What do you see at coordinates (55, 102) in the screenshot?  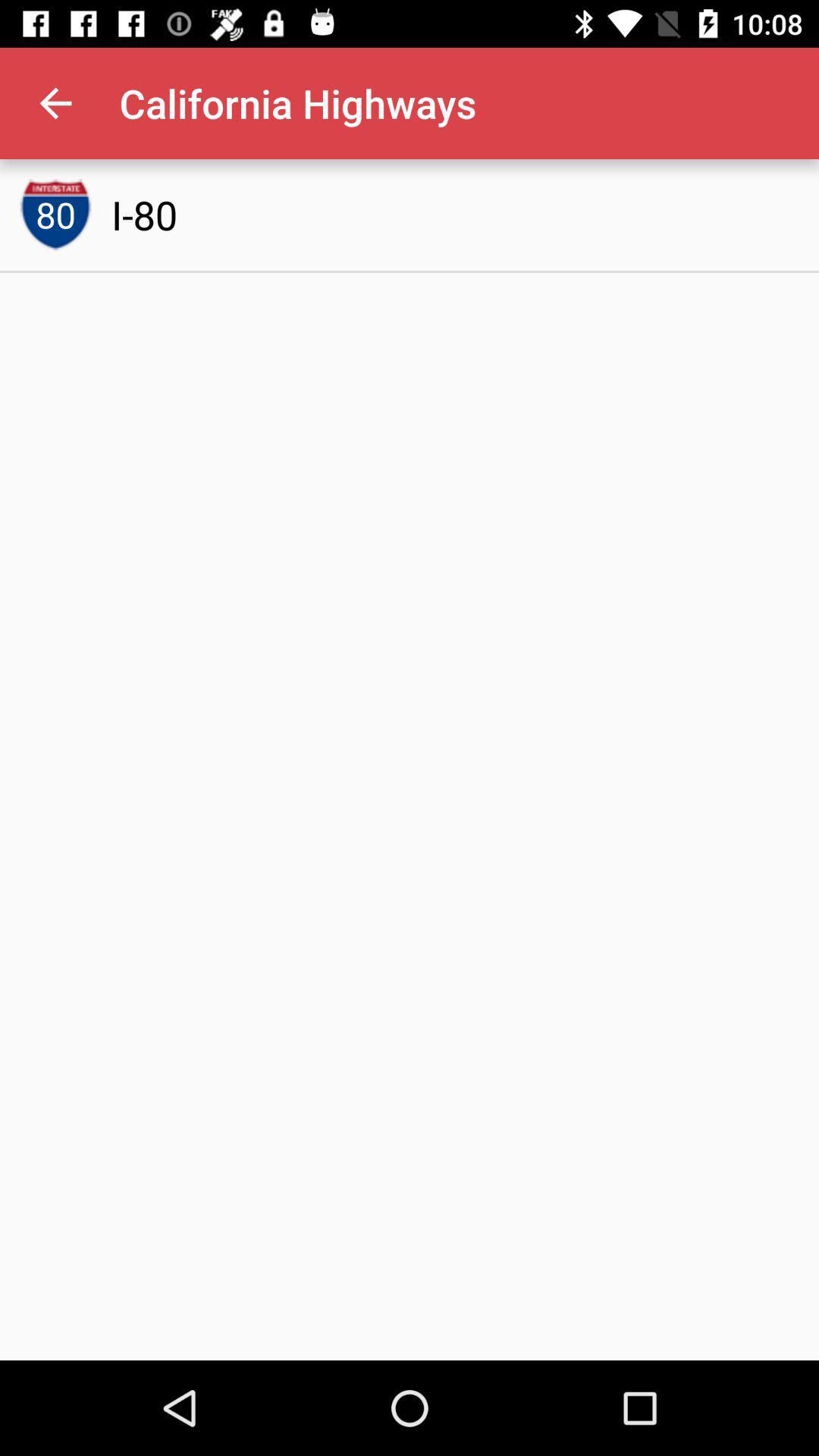 I see `icon next to california highways item` at bounding box center [55, 102].